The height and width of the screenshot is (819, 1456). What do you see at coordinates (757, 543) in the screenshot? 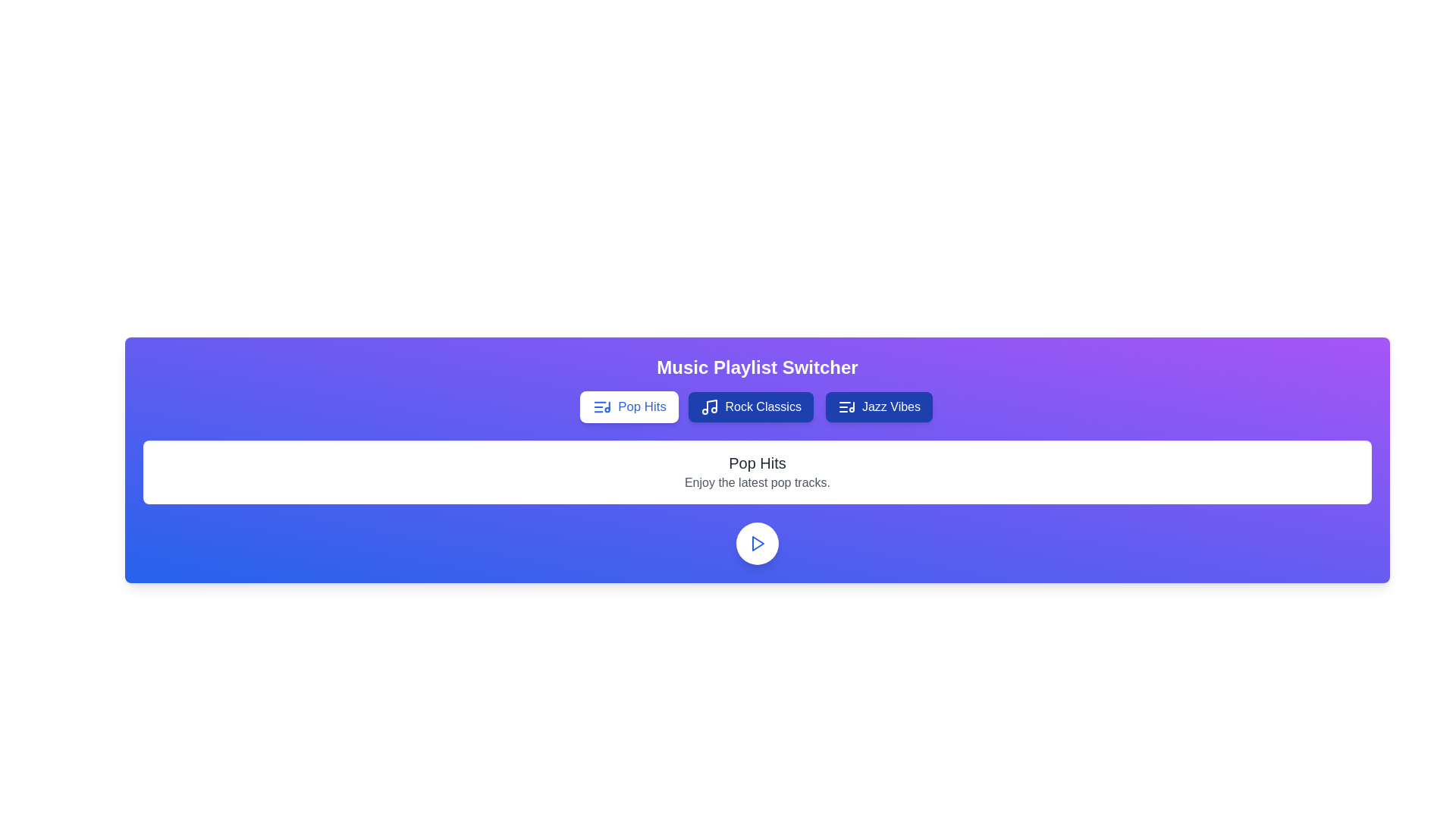
I see `the button located at the bottom section of the card interface, below the text 'Pop Hits' and 'Enjoy the latest pop tracks.'` at bounding box center [757, 543].